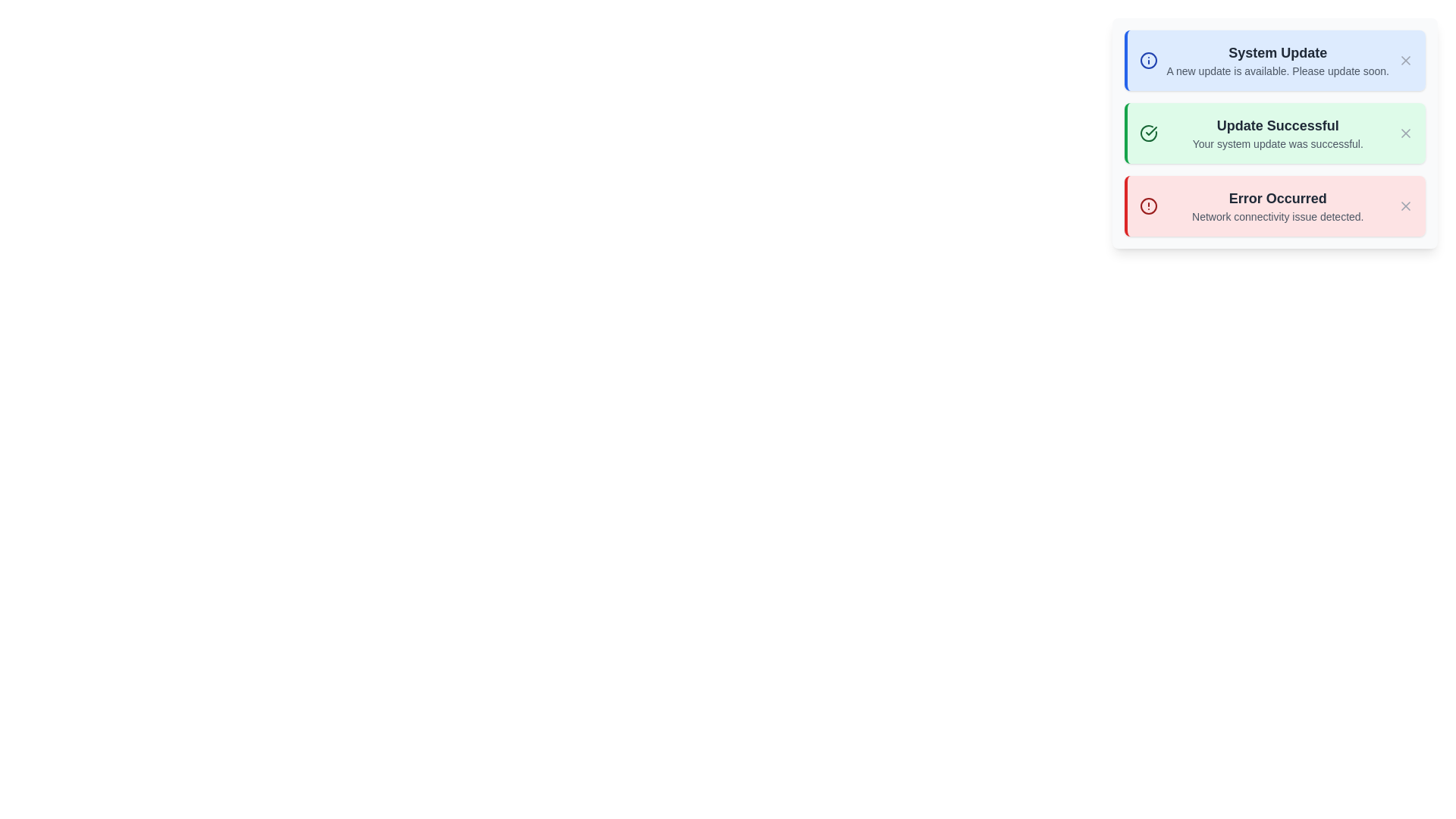 This screenshot has width=1456, height=819. I want to click on close button of the notification with the title System Update, so click(1404, 60).